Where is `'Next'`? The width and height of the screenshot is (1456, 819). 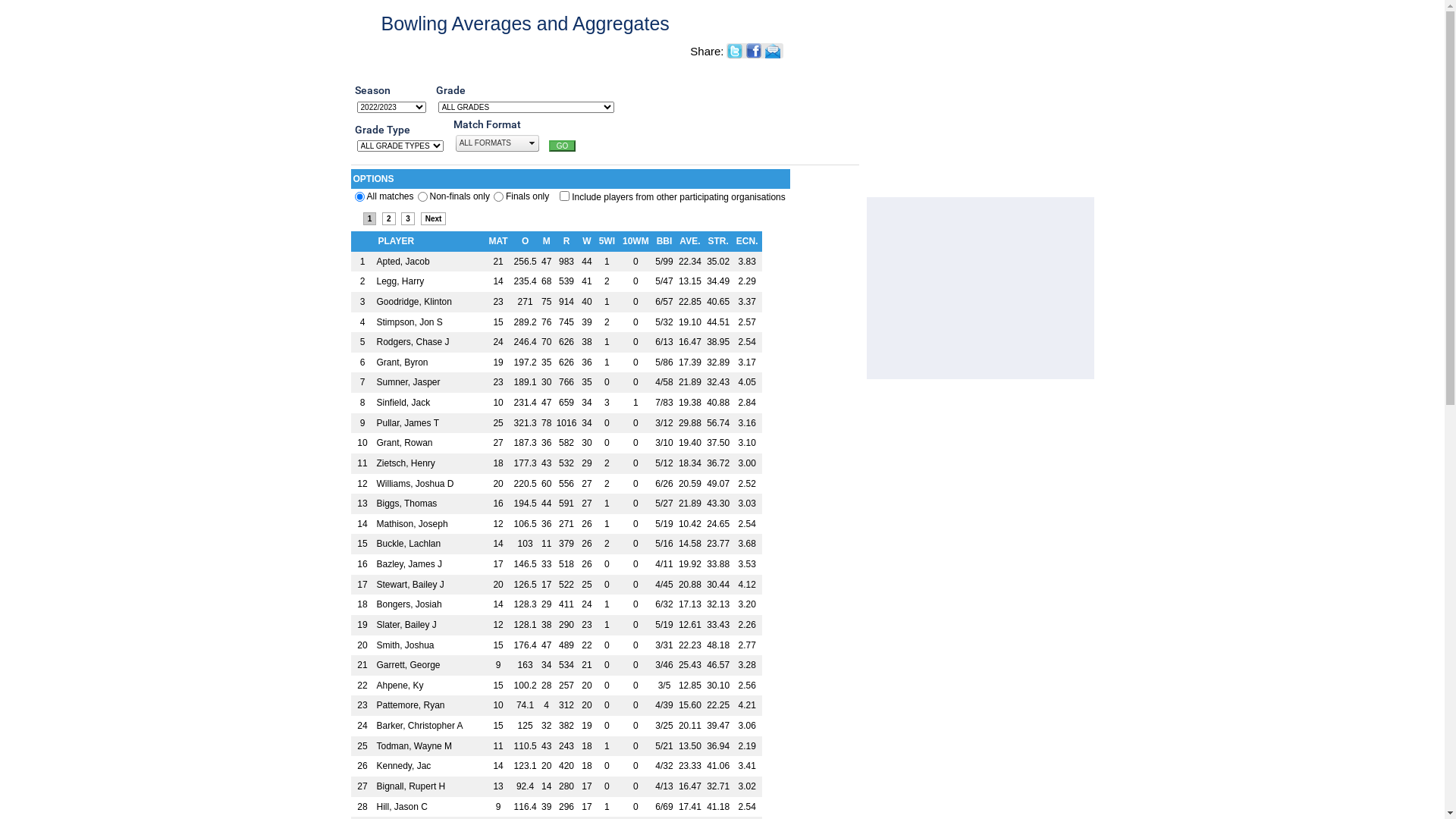 'Next' is located at coordinates (432, 218).